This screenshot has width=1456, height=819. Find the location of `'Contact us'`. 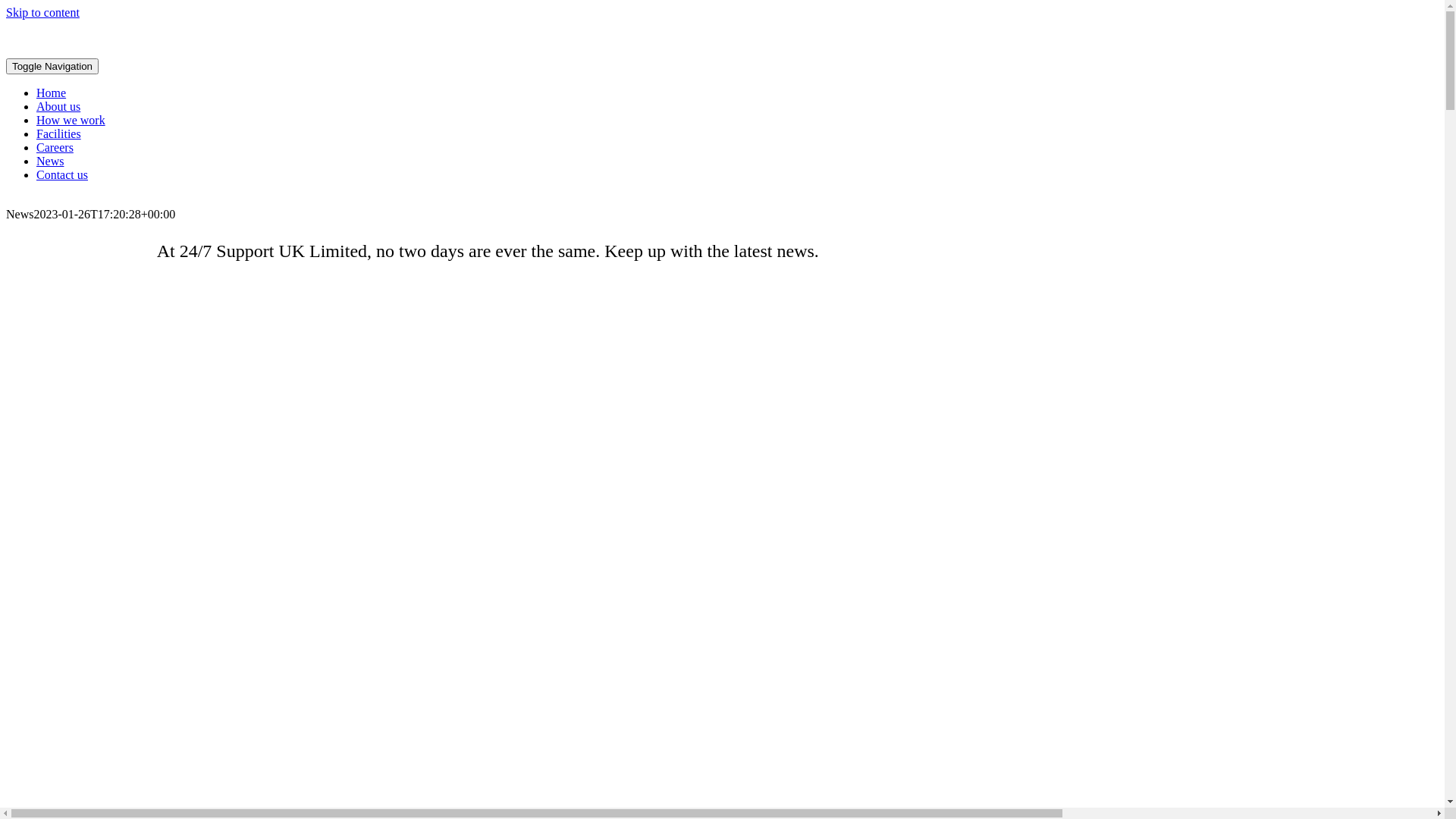

'Contact us' is located at coordinates (61, 174).